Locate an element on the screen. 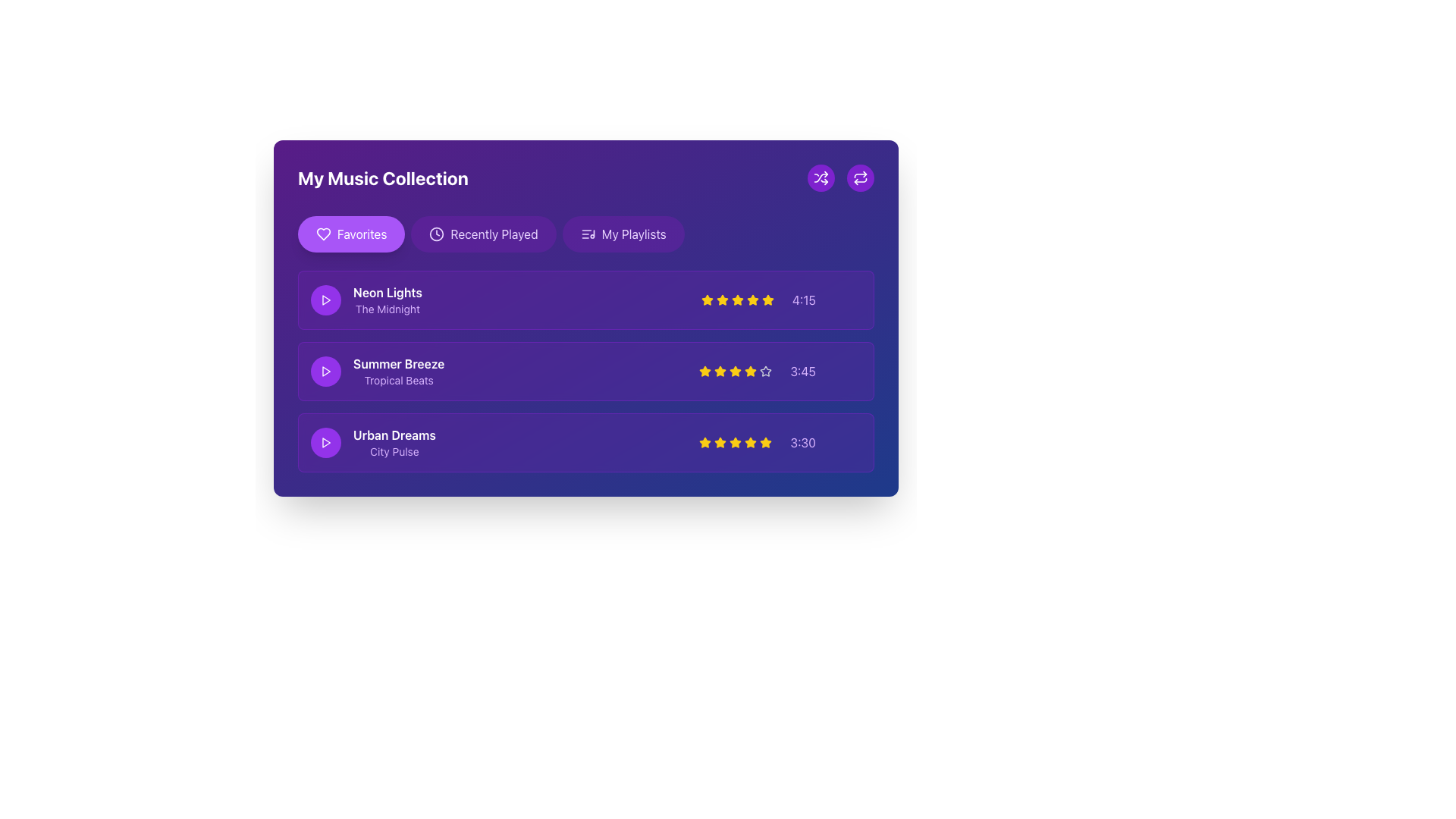 Image resolution: width=1456 pixels, height=819 pixels. the heart-shaped icon filled with purple color located within the 'Favorites' button in the music collection interface by moving the cursor to its center point is located at coordinates (323, 234).